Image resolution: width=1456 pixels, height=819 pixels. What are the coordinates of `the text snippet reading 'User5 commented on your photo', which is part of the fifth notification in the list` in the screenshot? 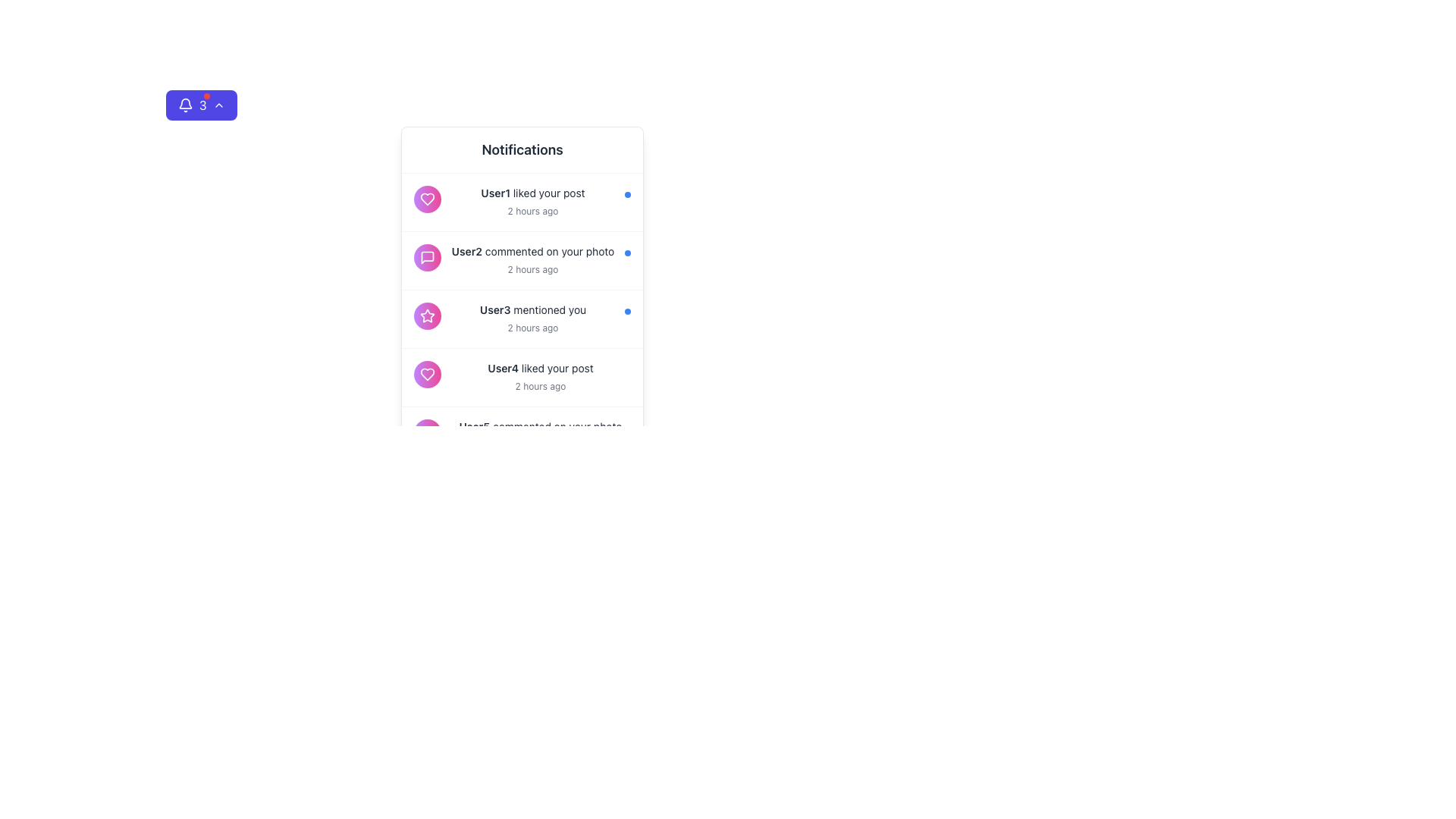 It's located at (541, 427).